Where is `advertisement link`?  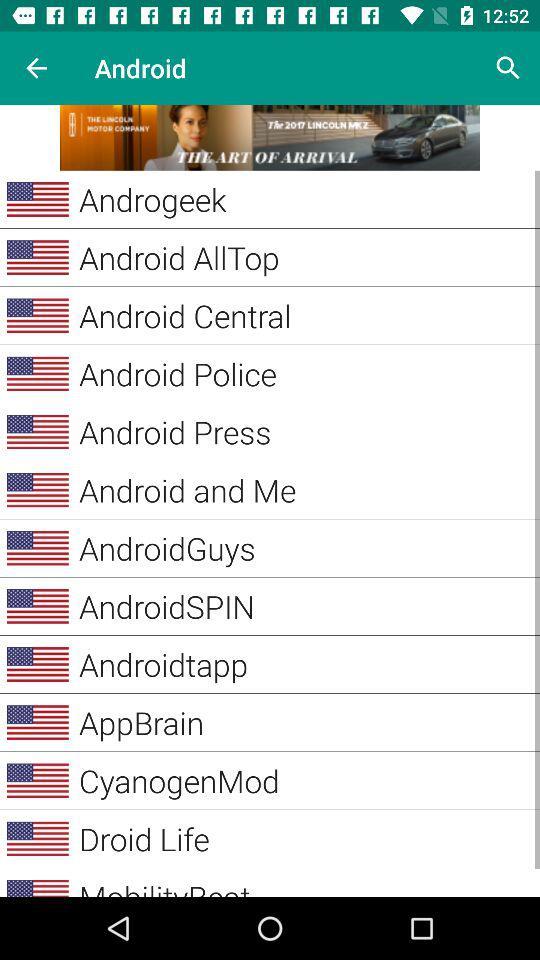 advertisement link is located at coordinates (270, 136).